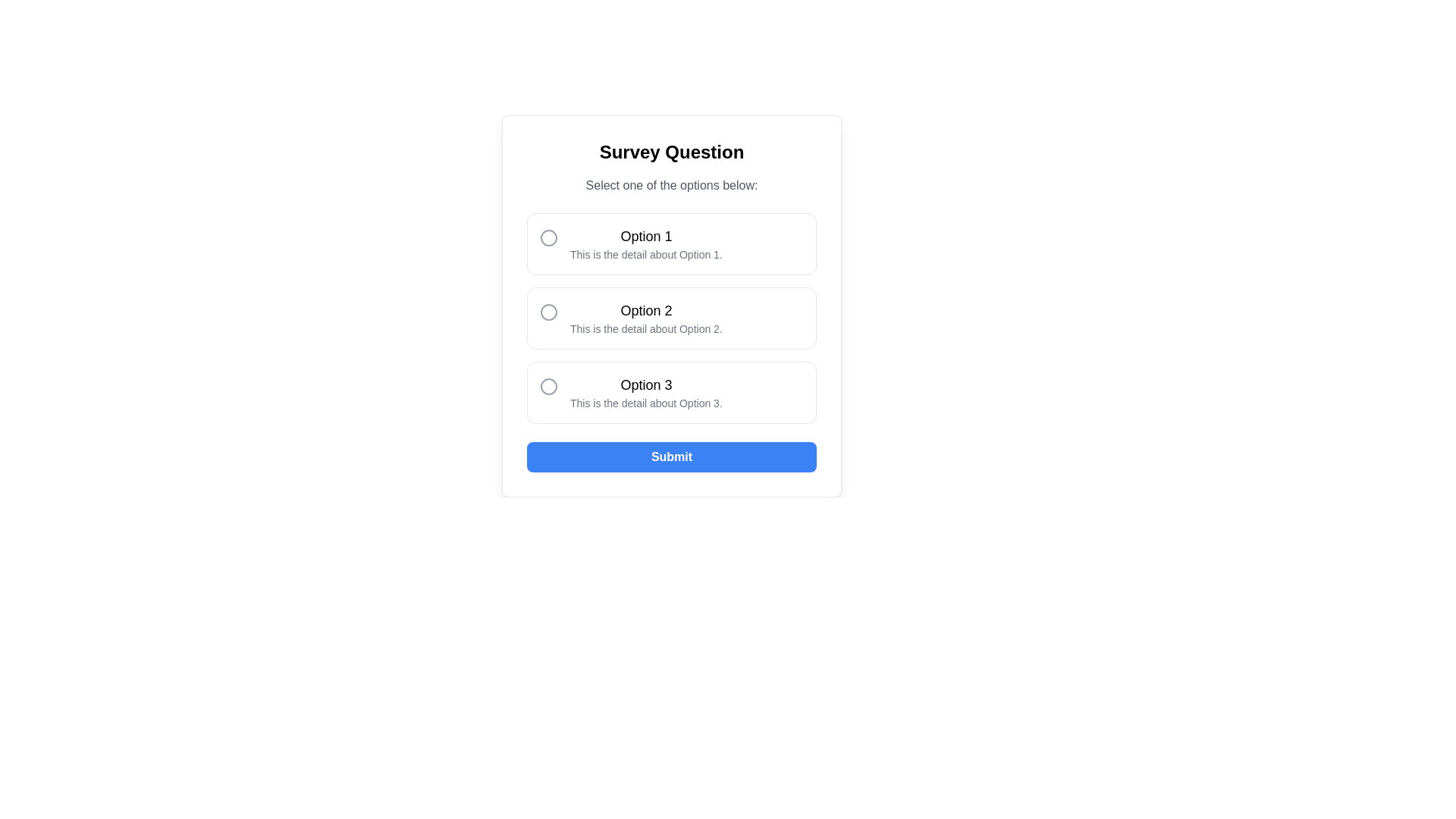  What do you see at coordinates (548, 312) in the screenshot?
I see `the inner circular part of the radio button for 'Option 2' in the survey` at bounding box center [548, 312].